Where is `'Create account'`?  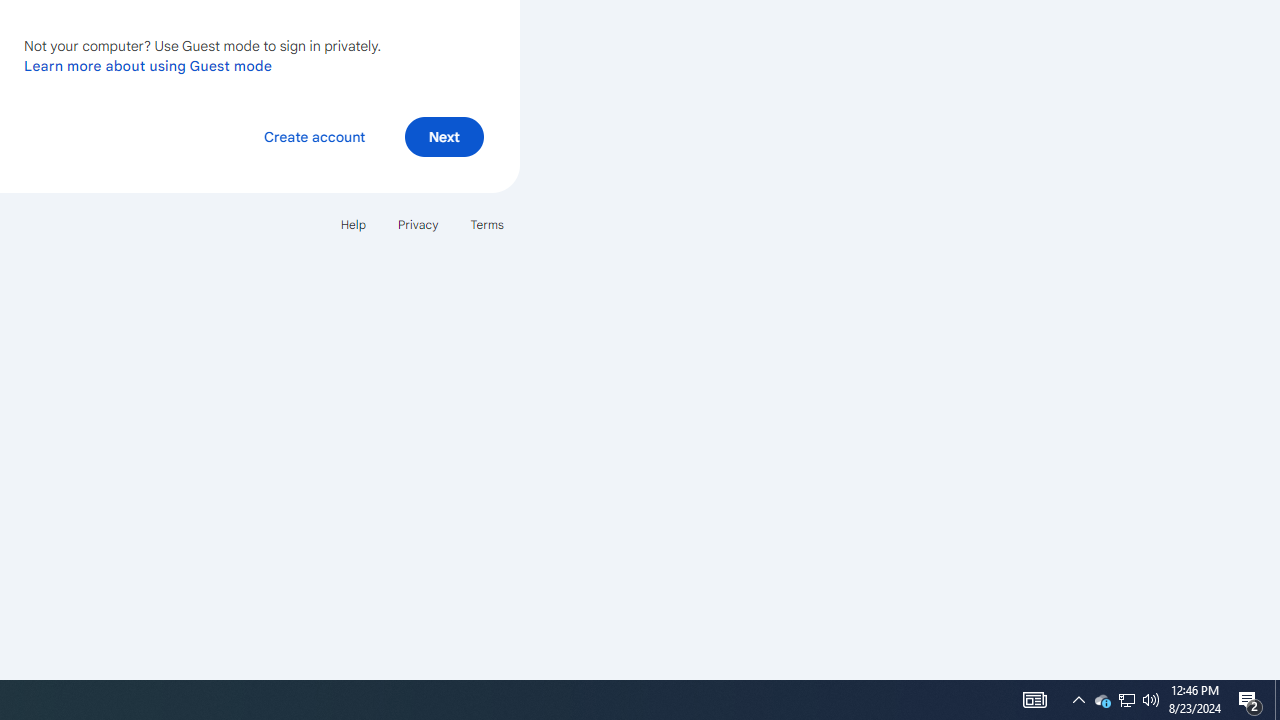 'Create account' is located at coordinates (313, 135).